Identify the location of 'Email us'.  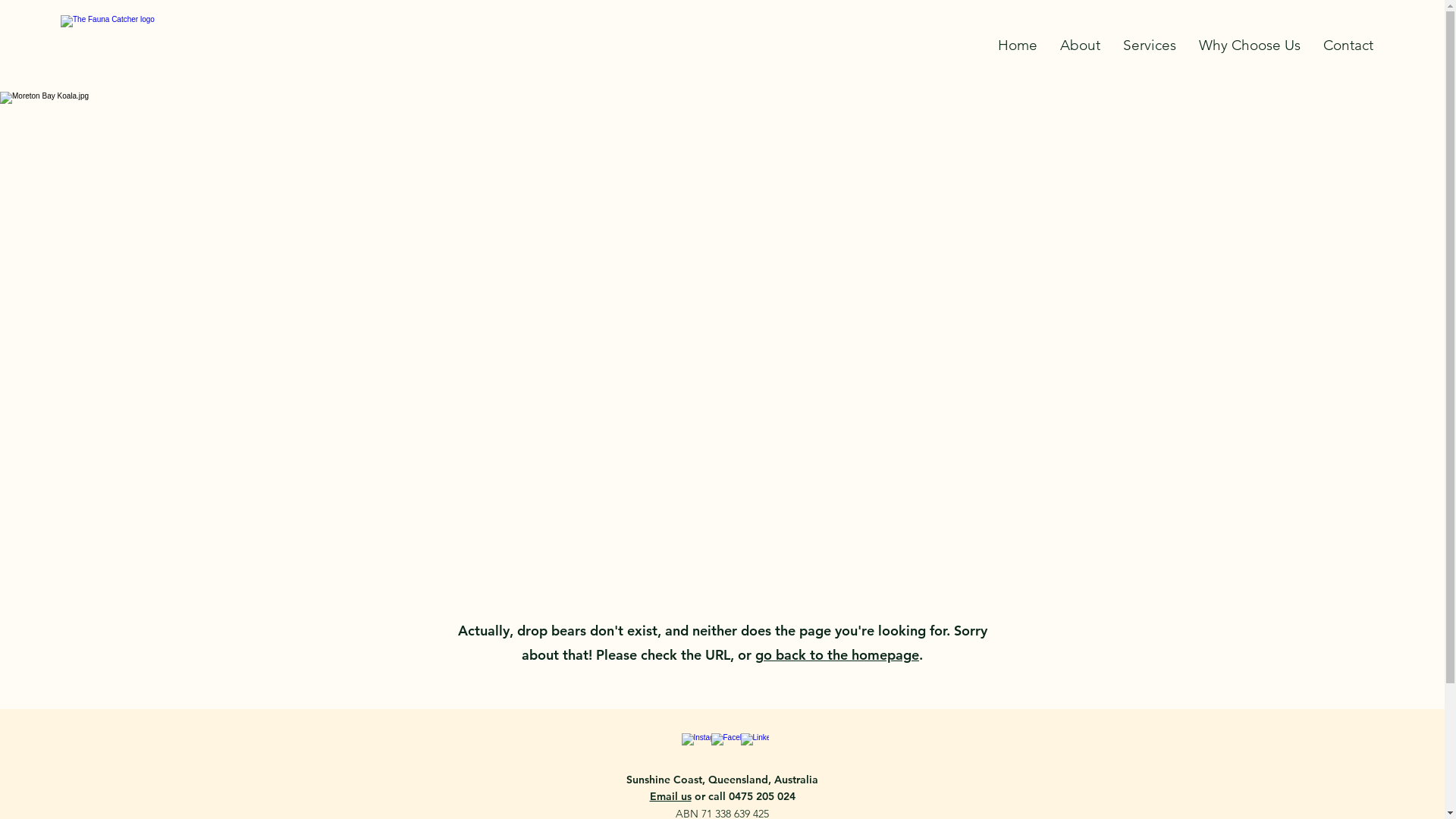
(669, 795).